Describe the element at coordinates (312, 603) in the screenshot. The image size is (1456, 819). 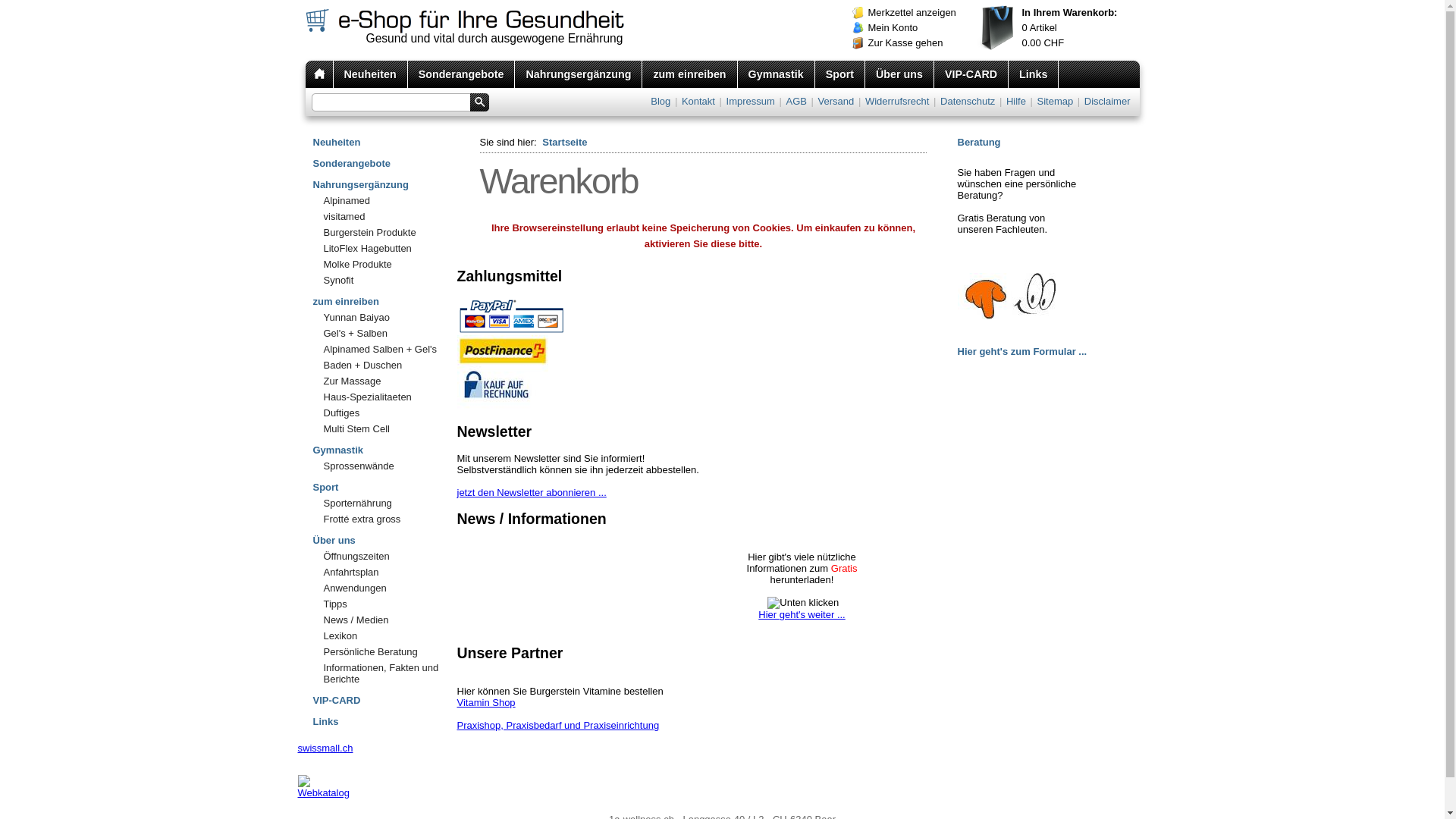
I see `'Tipps'` at that location.